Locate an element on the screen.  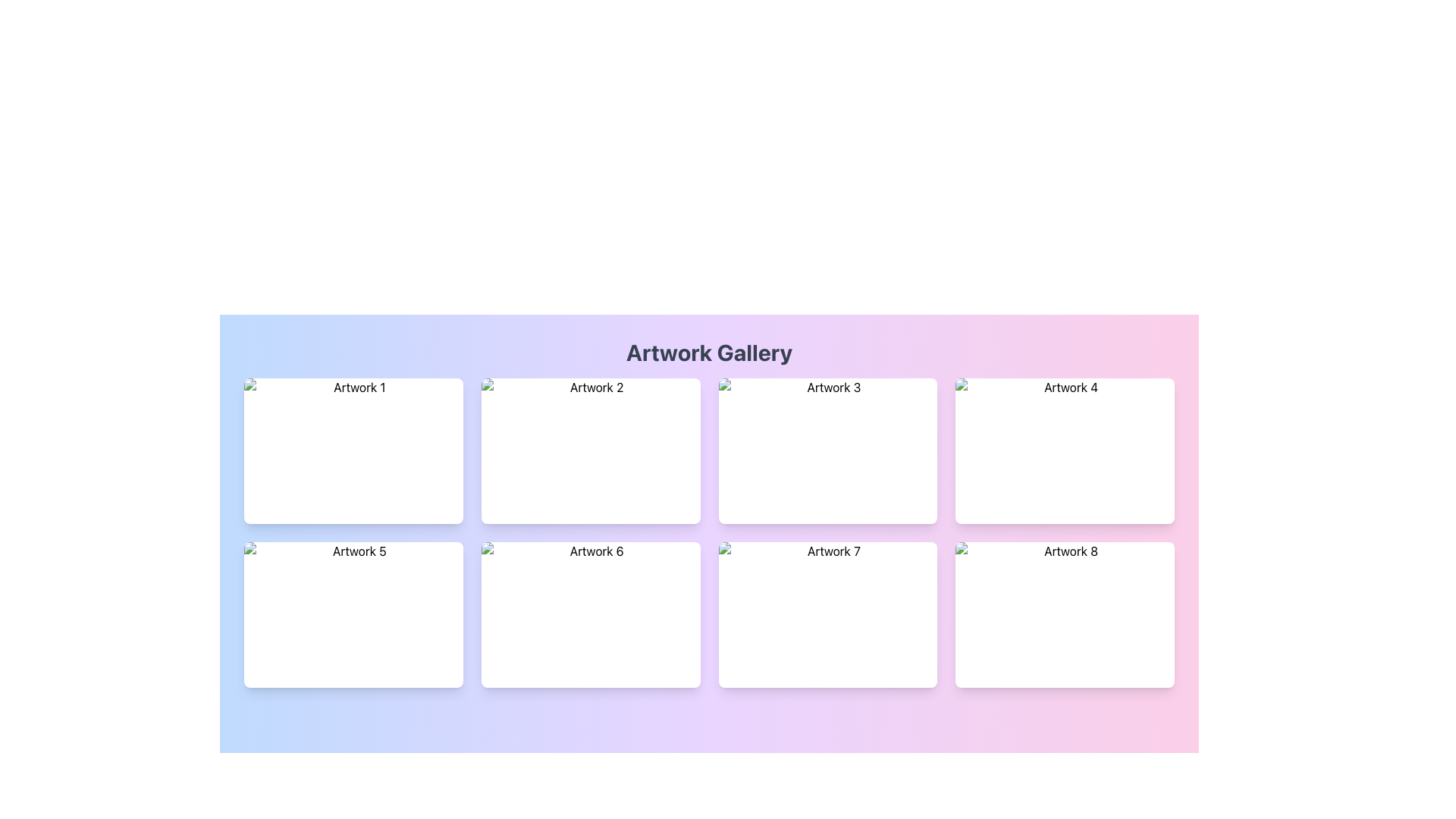
the Visual Card element labeled 'Artwork 8' located in the second row and fourth column of the grid layout is located at coordinates (1064, 614).